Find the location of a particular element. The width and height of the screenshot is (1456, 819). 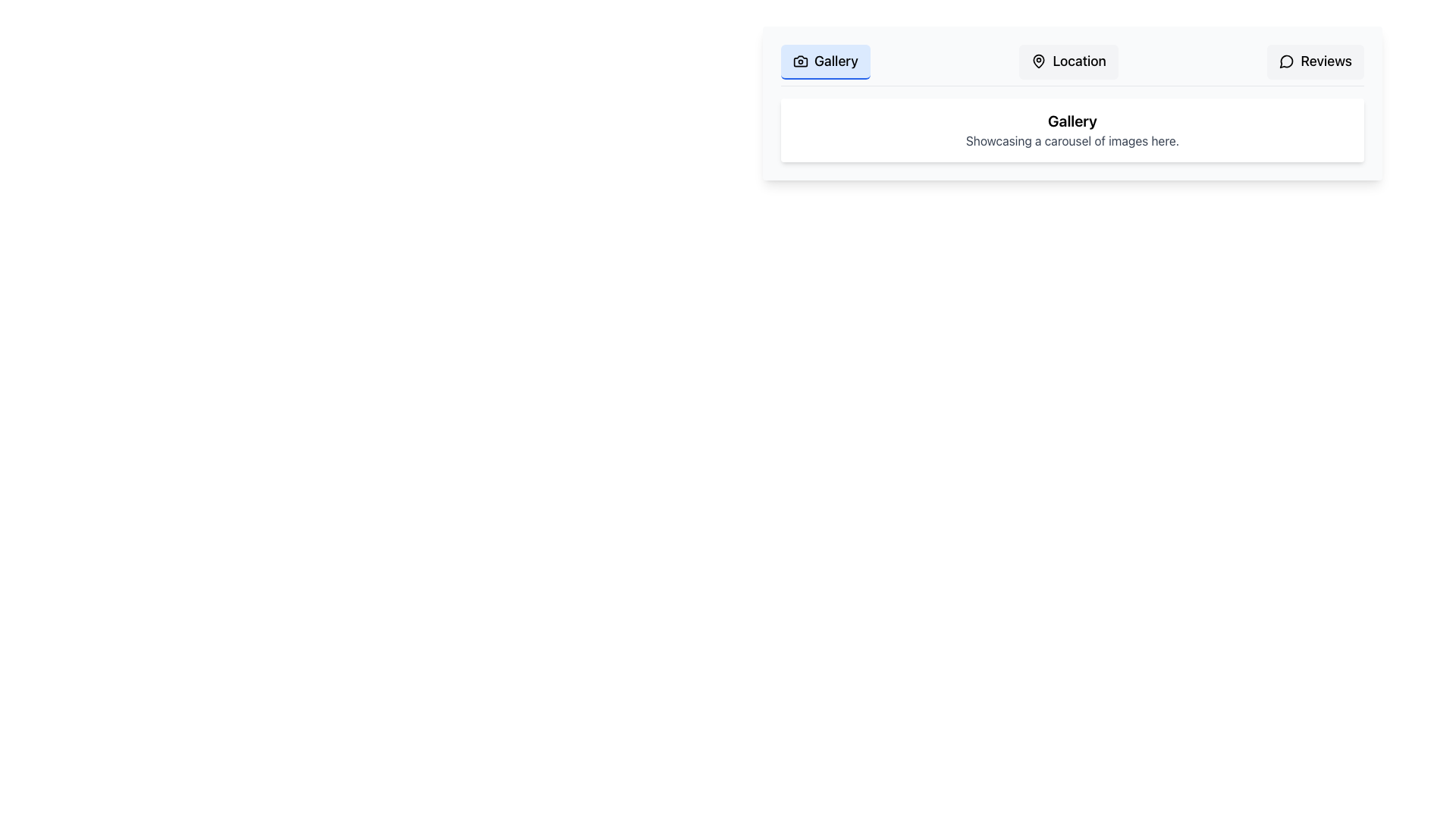

the 'Reviews' button with keyboard navigation is located at coordinates (1315, 61).